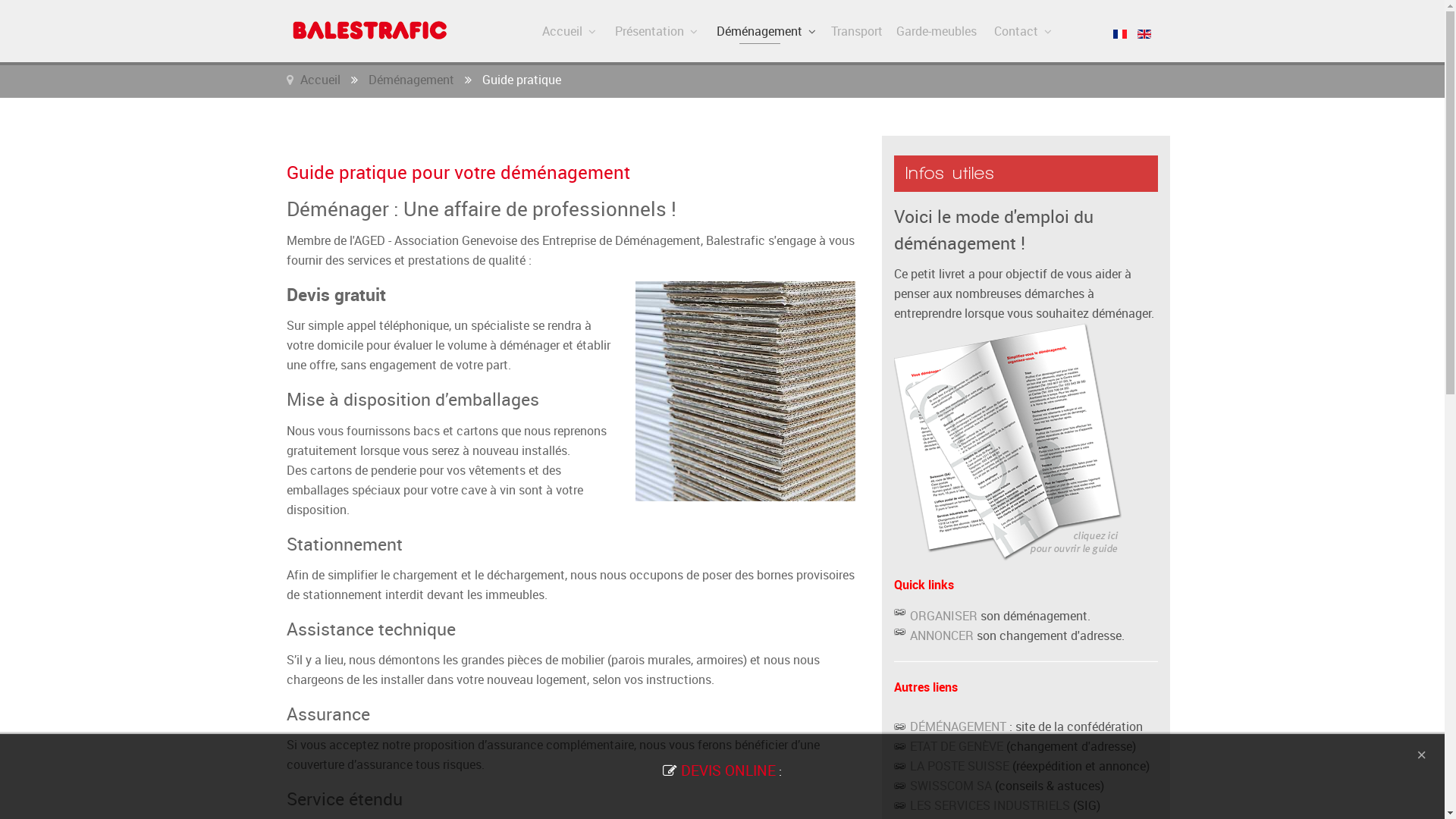  What do you see at coordinates (1144, 34) in the screenshot?
I see `'English (UK)'` at bounding box center [1144, 34].